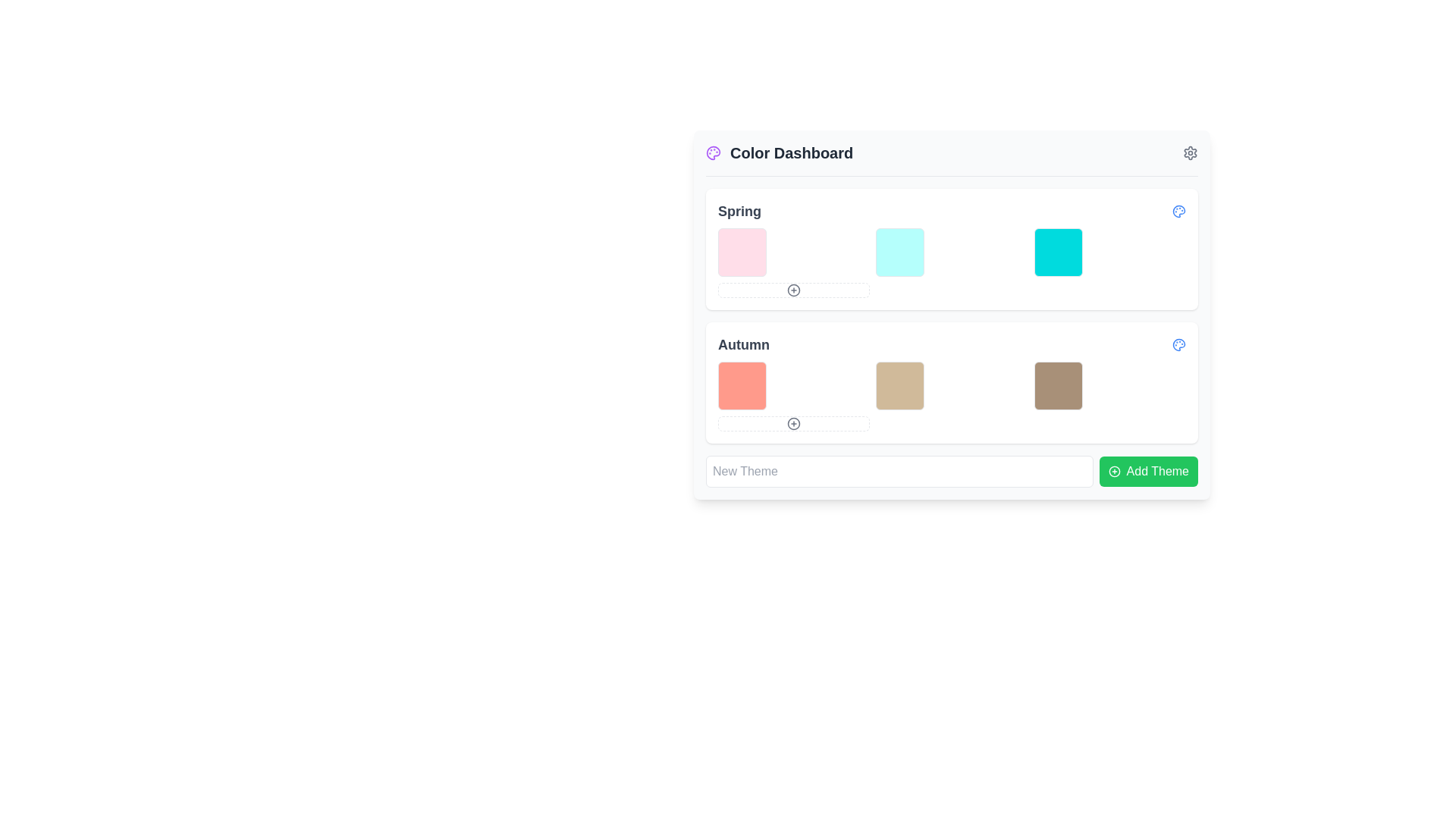  What do you see at coordinates (739, 211) in the screenshot?
I see `the text label displaying the word 'Spring', which is styled with a bold font and dark gray color, located at the top row of the interface` at bounding box center [739, 211].